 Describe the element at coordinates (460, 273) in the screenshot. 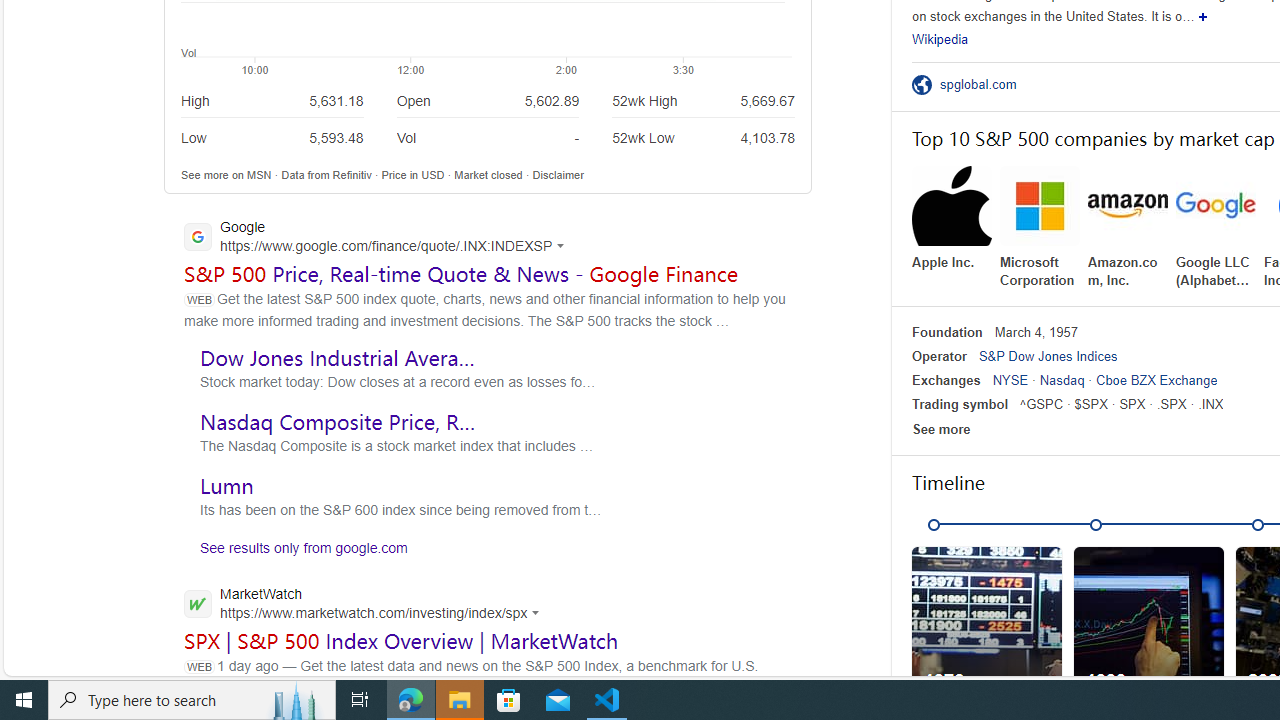

I see `'S&P 500 Price, Real-time Quote & News - Google Finance'` at that location.